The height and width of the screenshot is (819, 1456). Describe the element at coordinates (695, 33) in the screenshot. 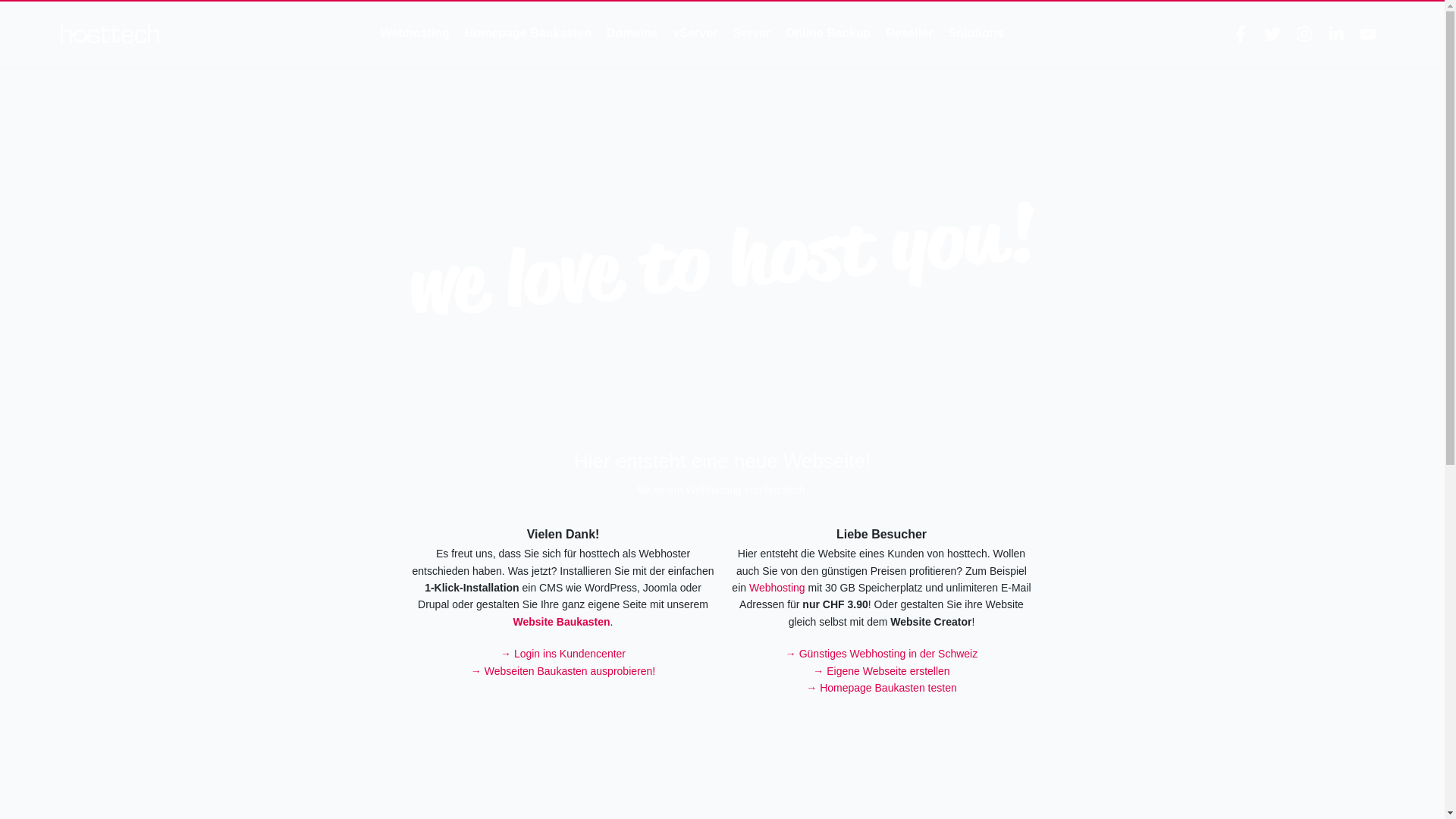

I see `'vServer'` at that location.